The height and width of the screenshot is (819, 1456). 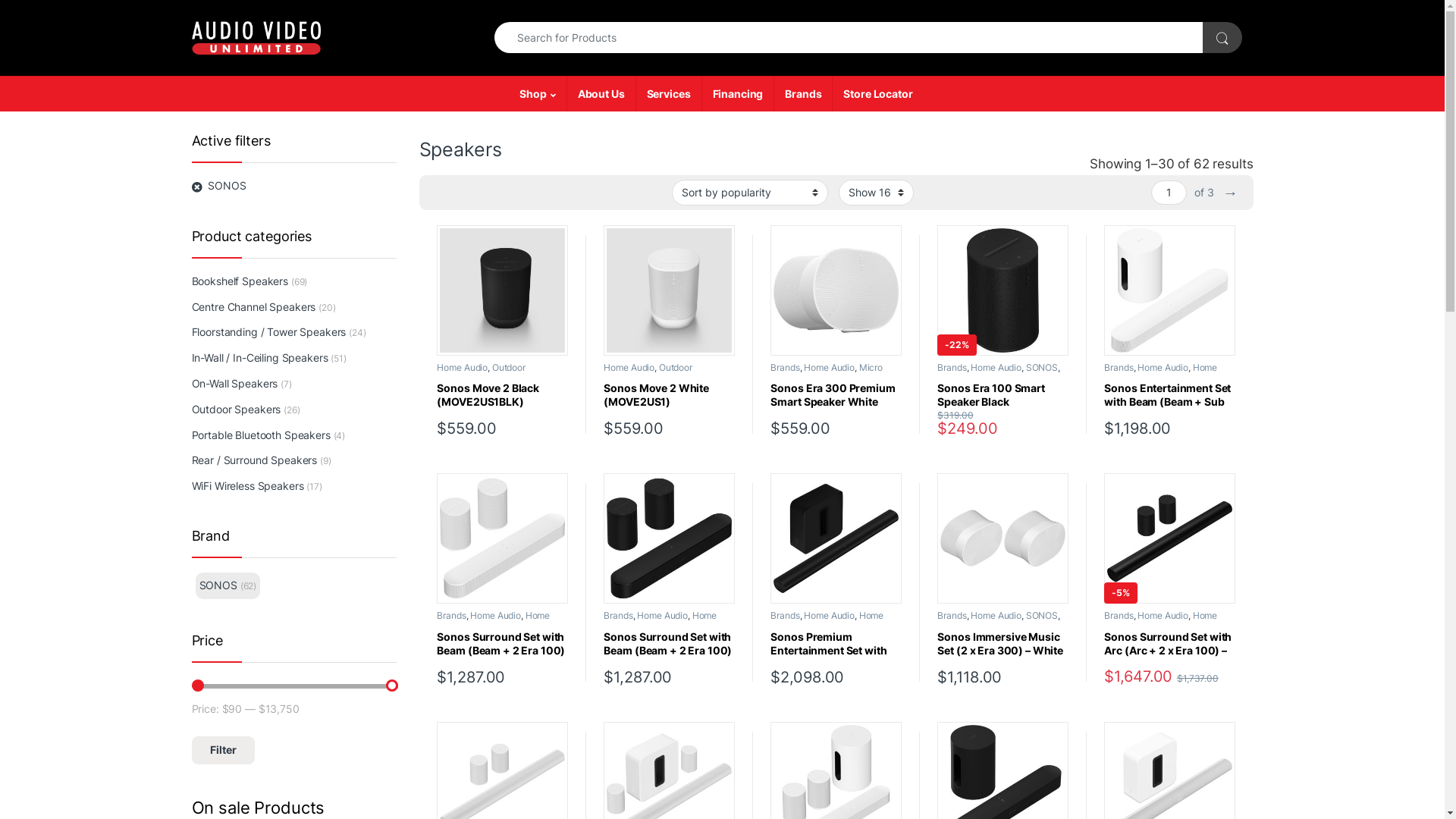 What do you see at coordinates (254, 459) in the screenshot?
I see `'Rear / Surround Speakers'` at bounding box center [254, 459].